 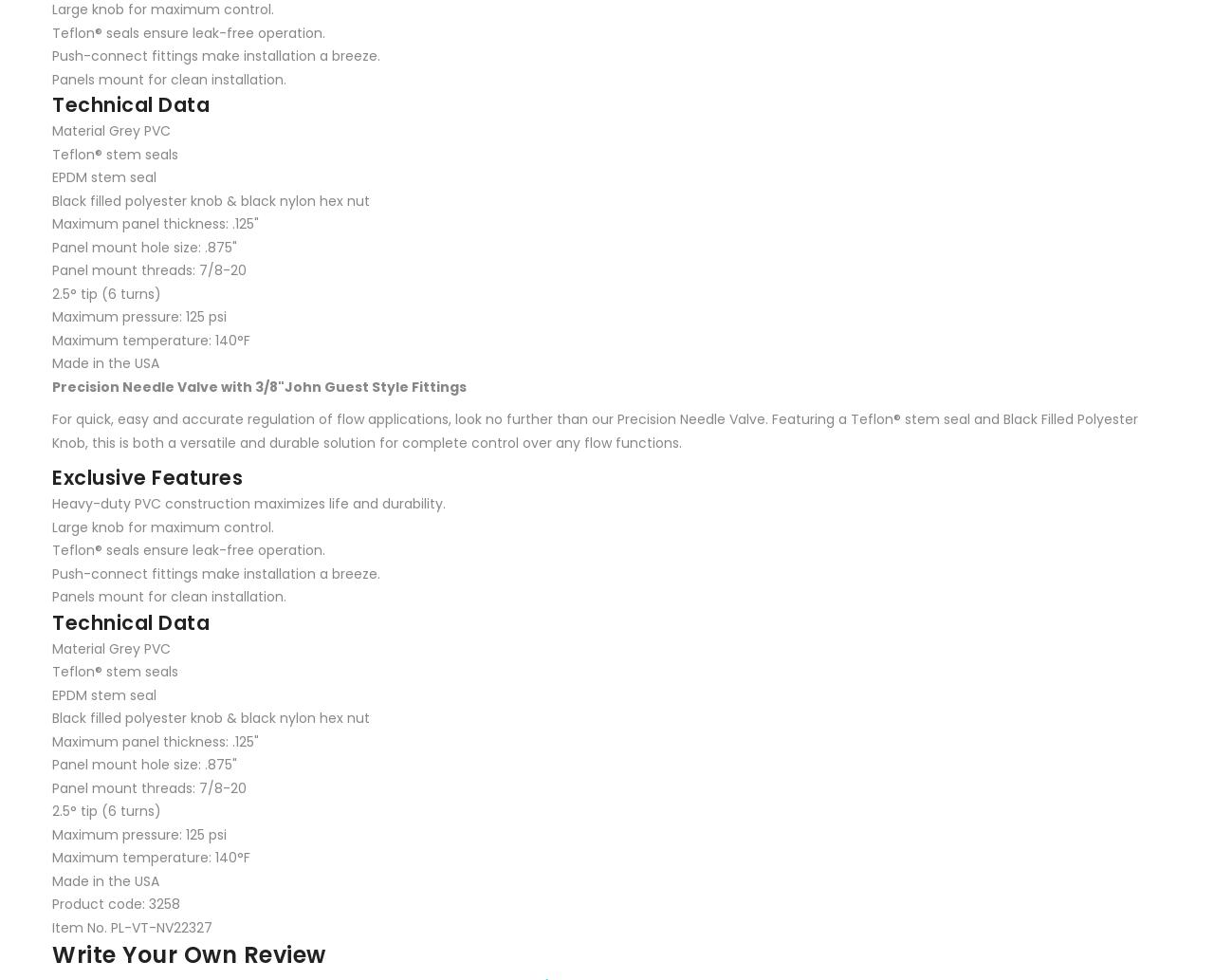 I want to click on 'Product code: 3258', so click(x=52, y=903).